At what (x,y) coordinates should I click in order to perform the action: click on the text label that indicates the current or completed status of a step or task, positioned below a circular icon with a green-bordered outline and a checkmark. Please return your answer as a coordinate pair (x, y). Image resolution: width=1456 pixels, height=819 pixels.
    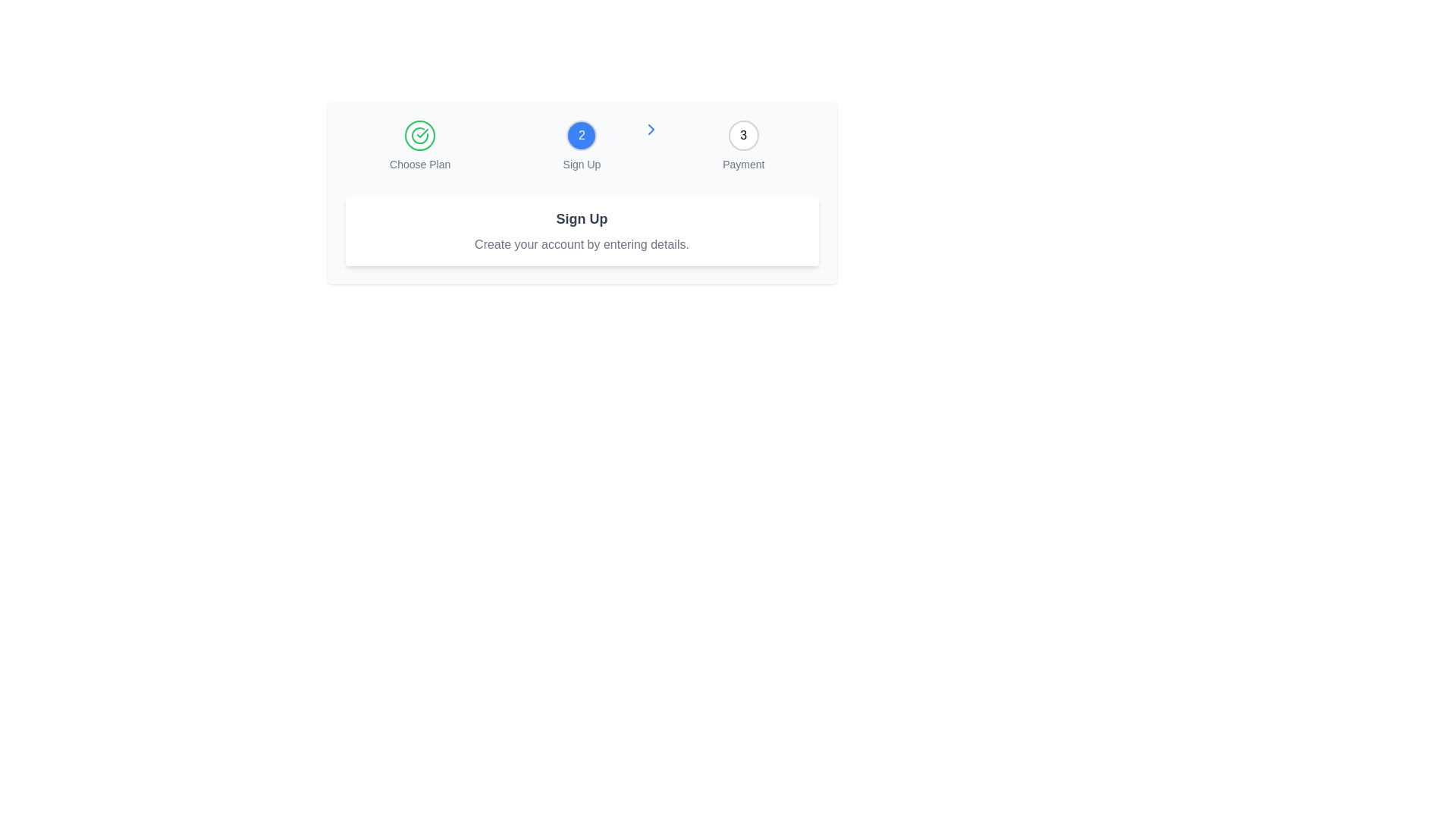
    Looking at the image, I should click on (420, 164).